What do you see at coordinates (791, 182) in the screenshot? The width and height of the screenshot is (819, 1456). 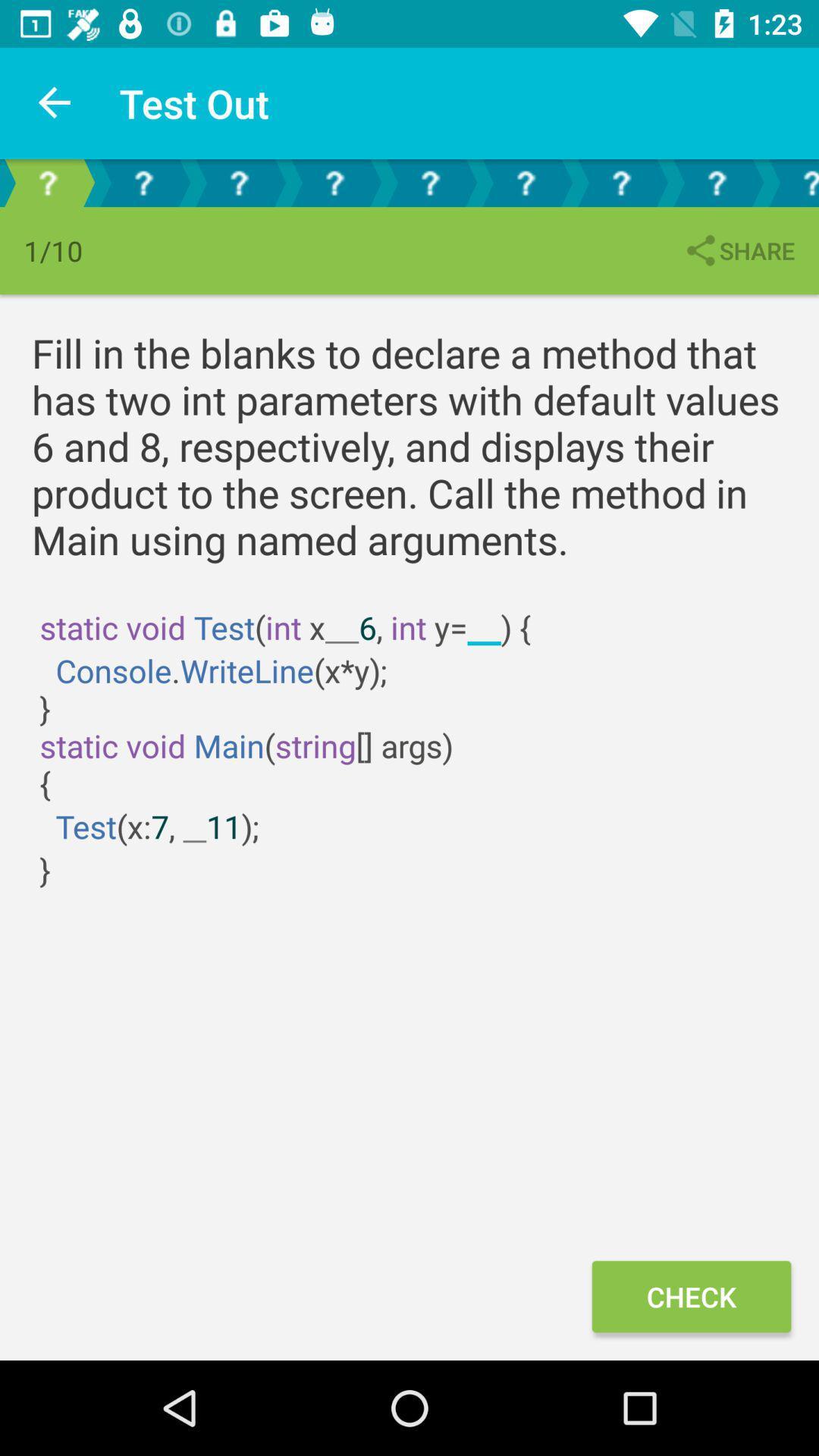 I see `the help icon` at bounding box center [791, 182].